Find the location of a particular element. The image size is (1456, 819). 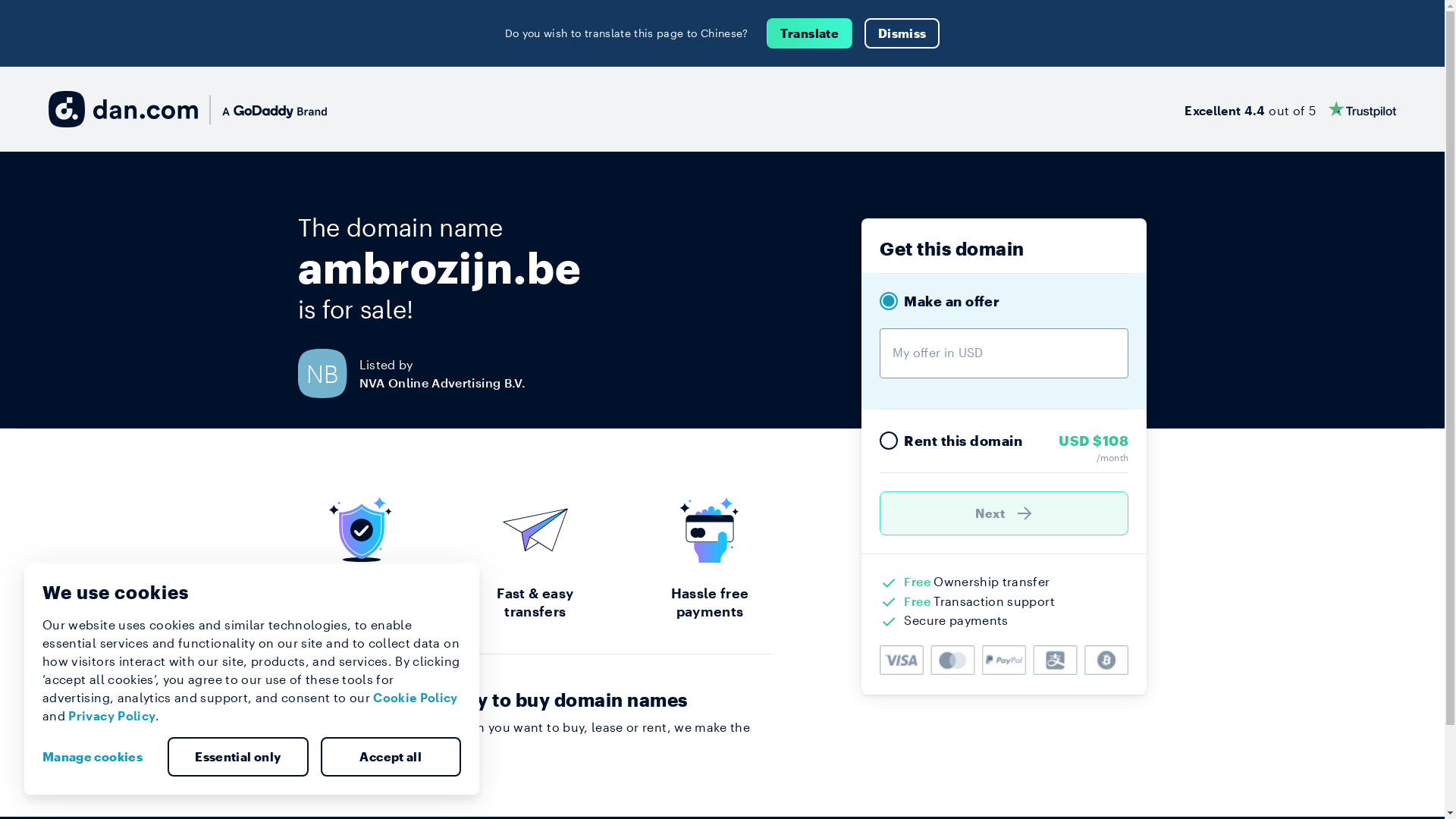

'Dismiss' is located at coordinates (864, 33).